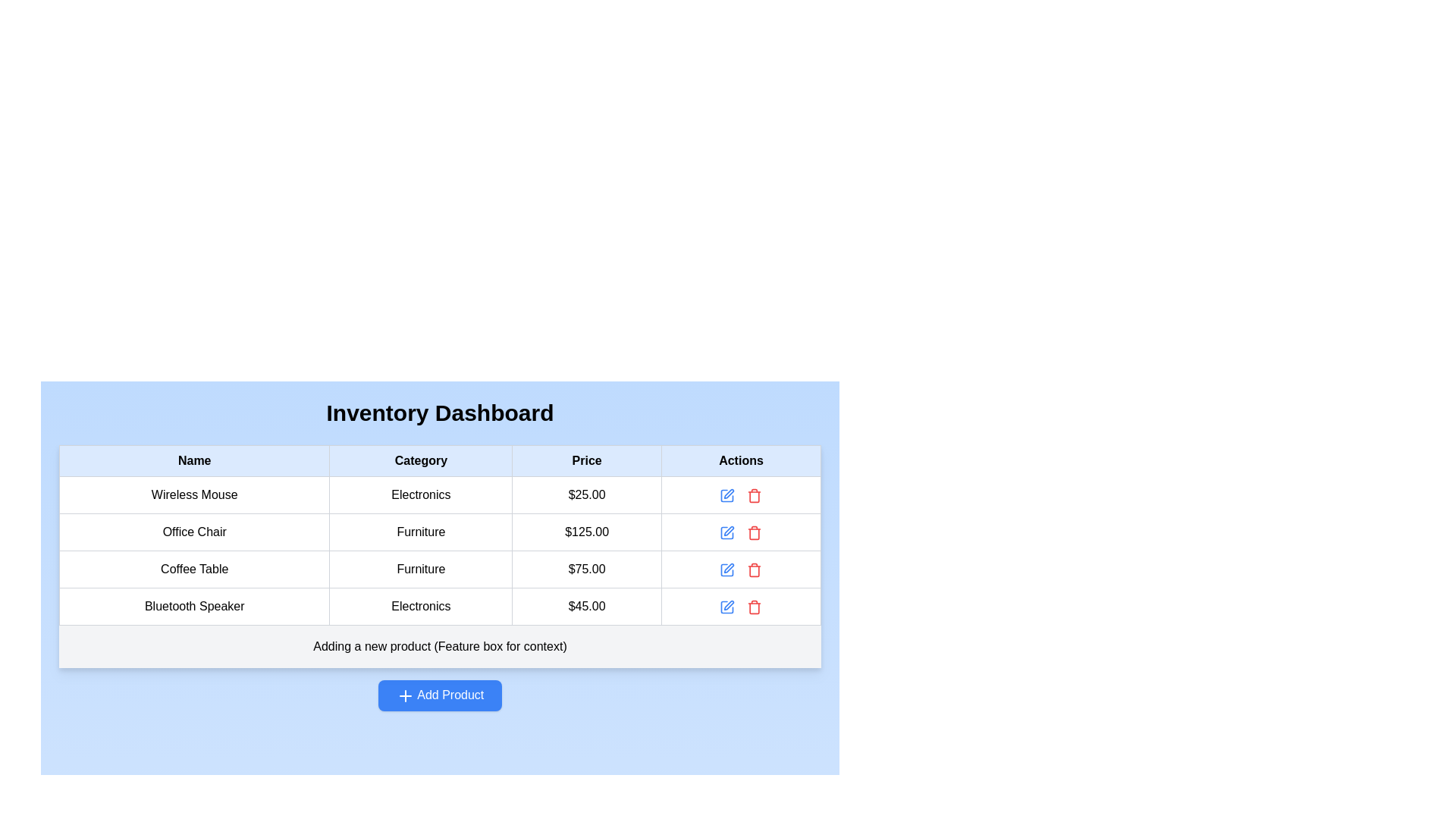 This screenshot has width=1456, height=819. Describe the element at coordinates (421, 570) in the screenshot. I see `the 'Furniture' category label in the third row of the table, which indicates the product 'Coffee Table'` at that location.